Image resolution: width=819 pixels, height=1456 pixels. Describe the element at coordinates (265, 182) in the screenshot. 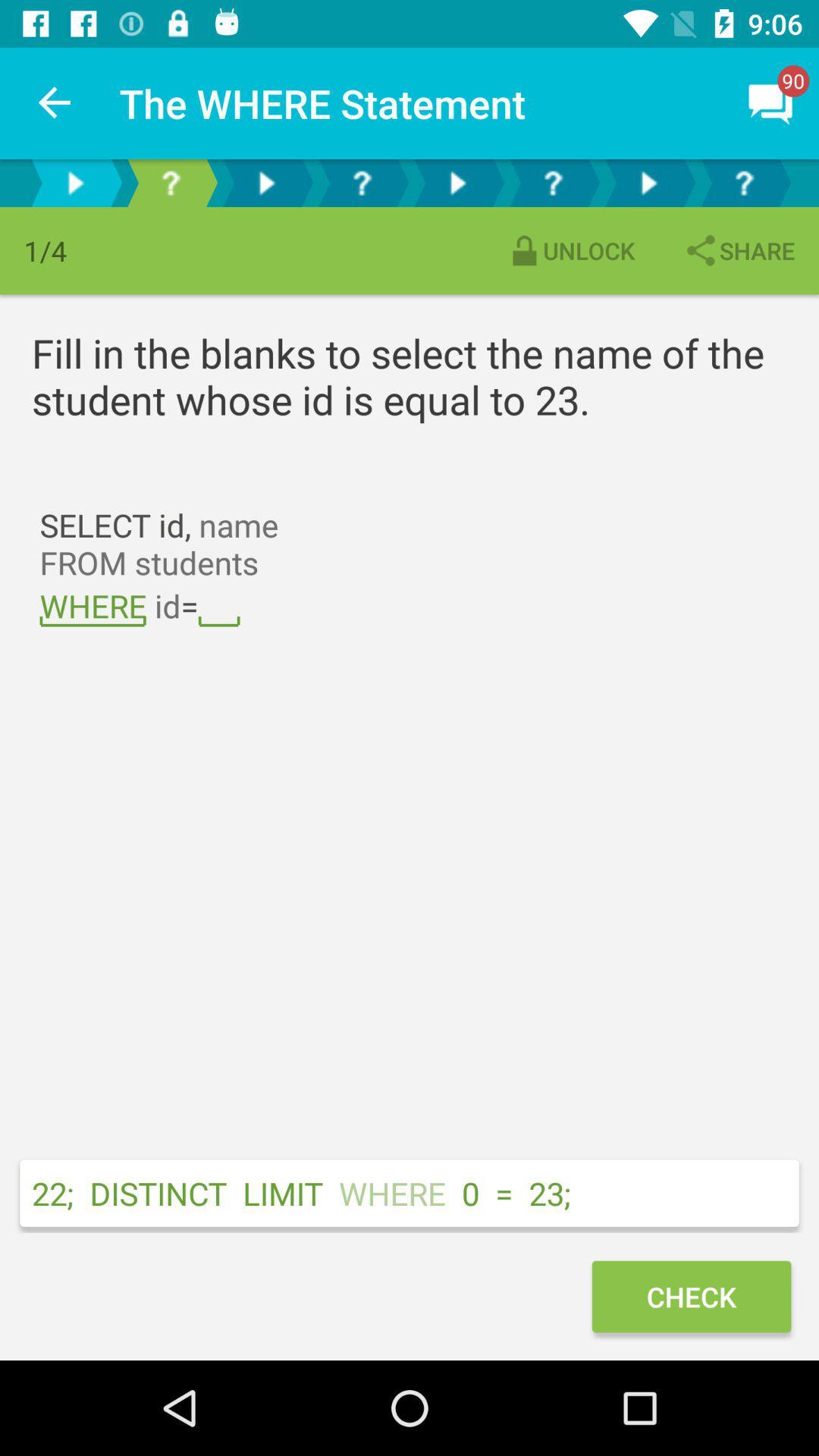

I see `the next file` at that location.